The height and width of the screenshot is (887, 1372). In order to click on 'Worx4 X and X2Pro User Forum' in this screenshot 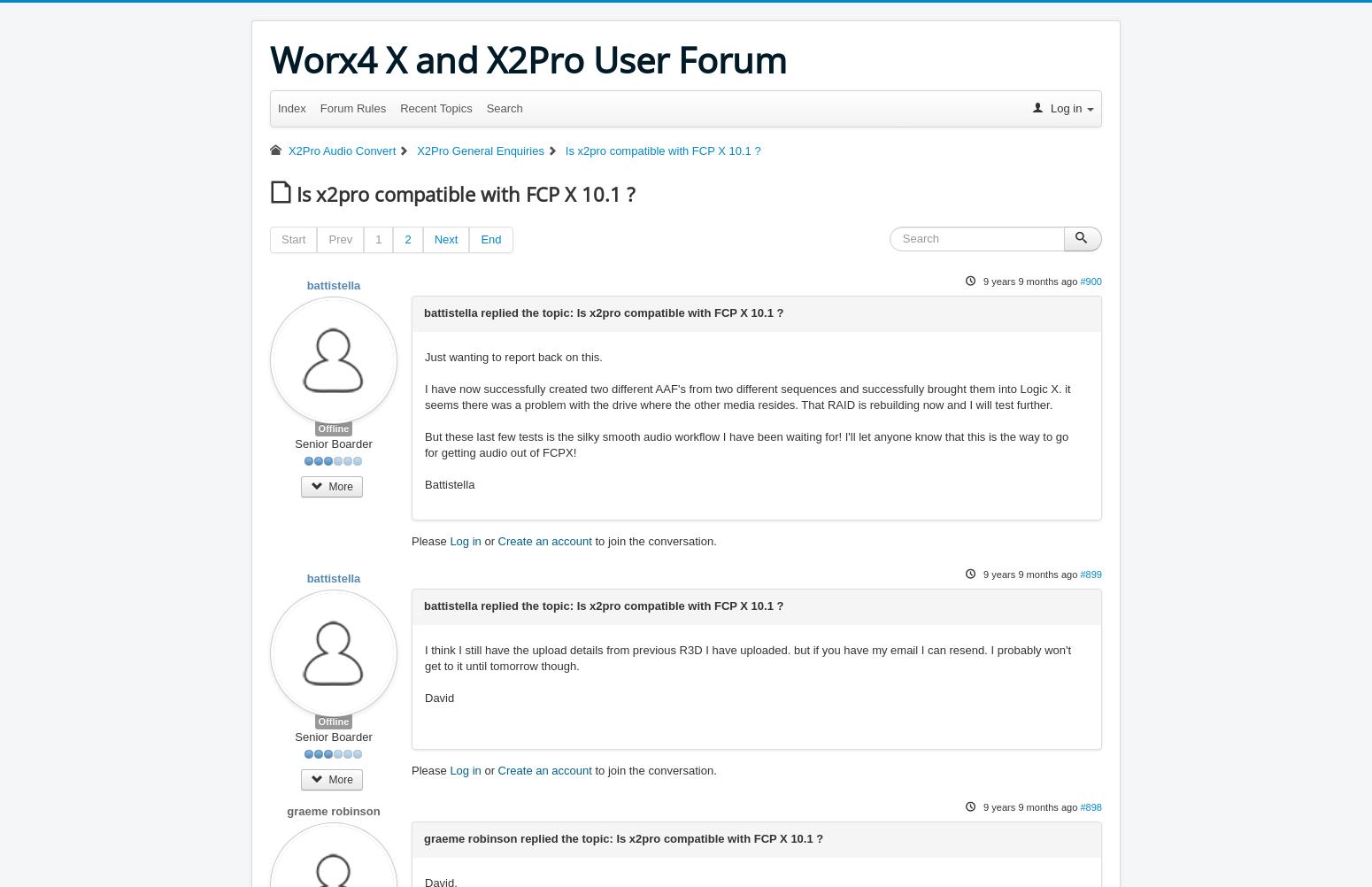, I will do `click(528, 59)`.